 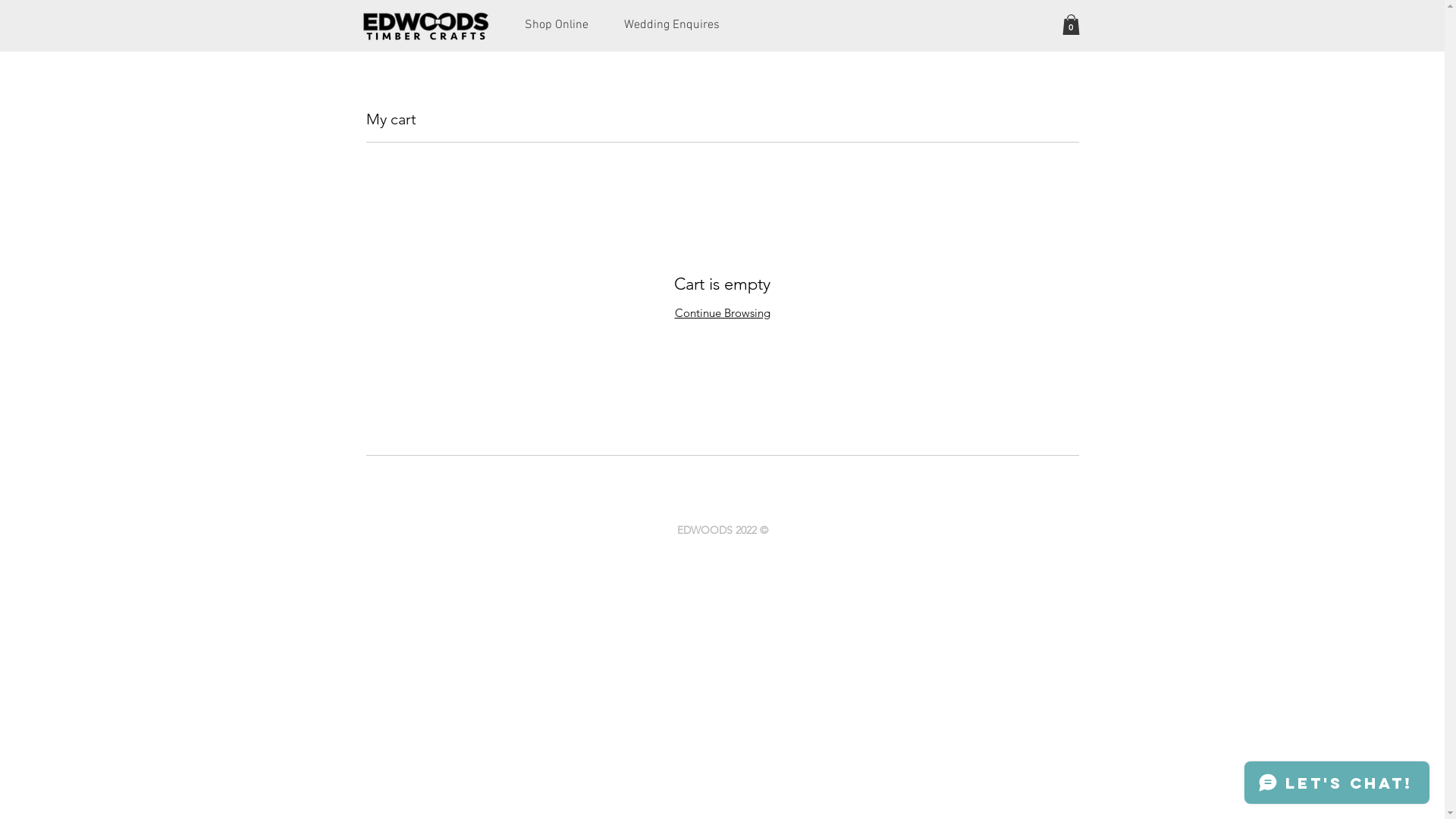 I want to click on 'Continue Browsing', so click(x=722, y=312).